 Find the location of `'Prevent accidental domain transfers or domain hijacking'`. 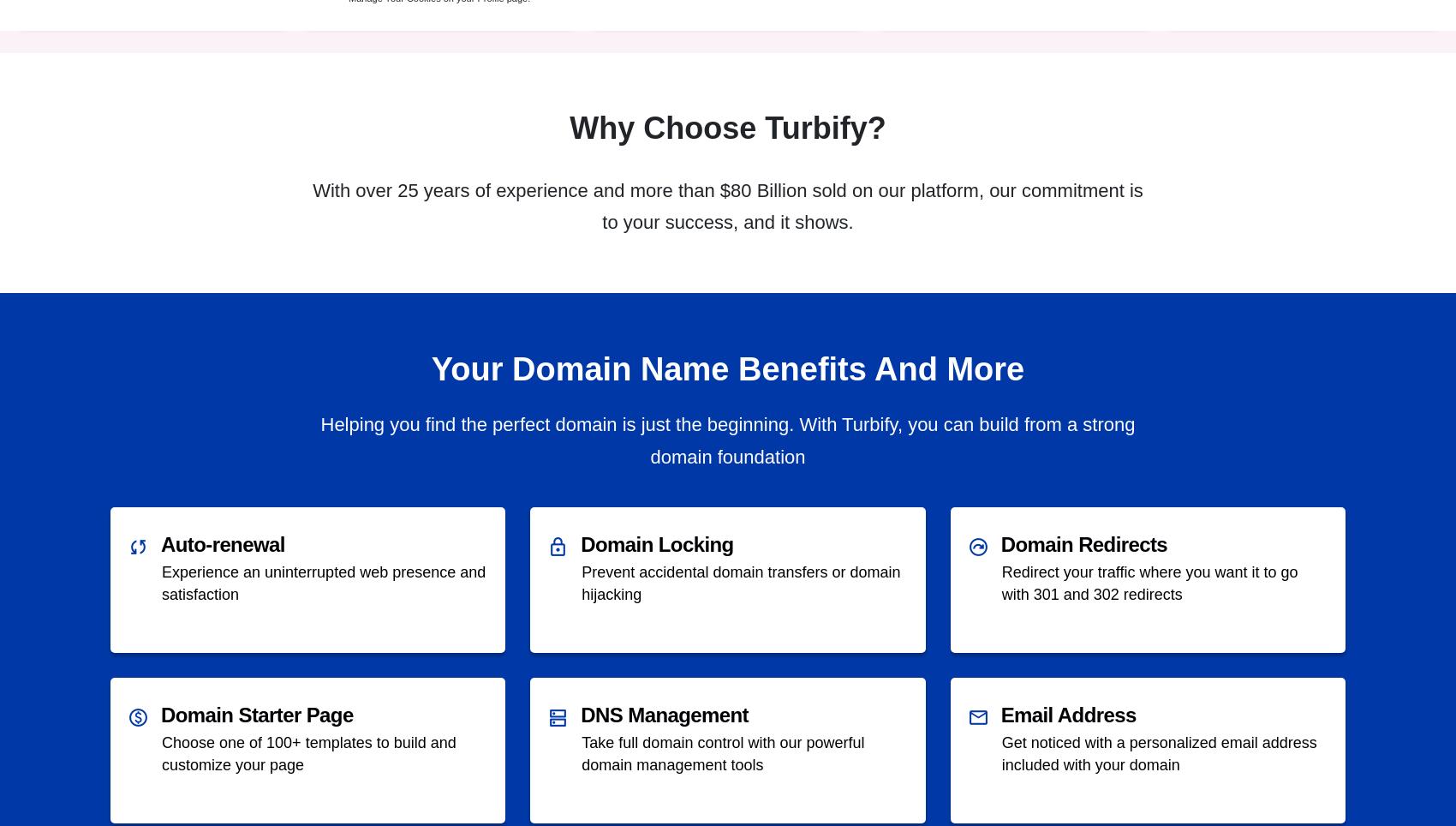

'Prevent accidental domain transfers or domain hijacking' is located at coordinates (740, 582).